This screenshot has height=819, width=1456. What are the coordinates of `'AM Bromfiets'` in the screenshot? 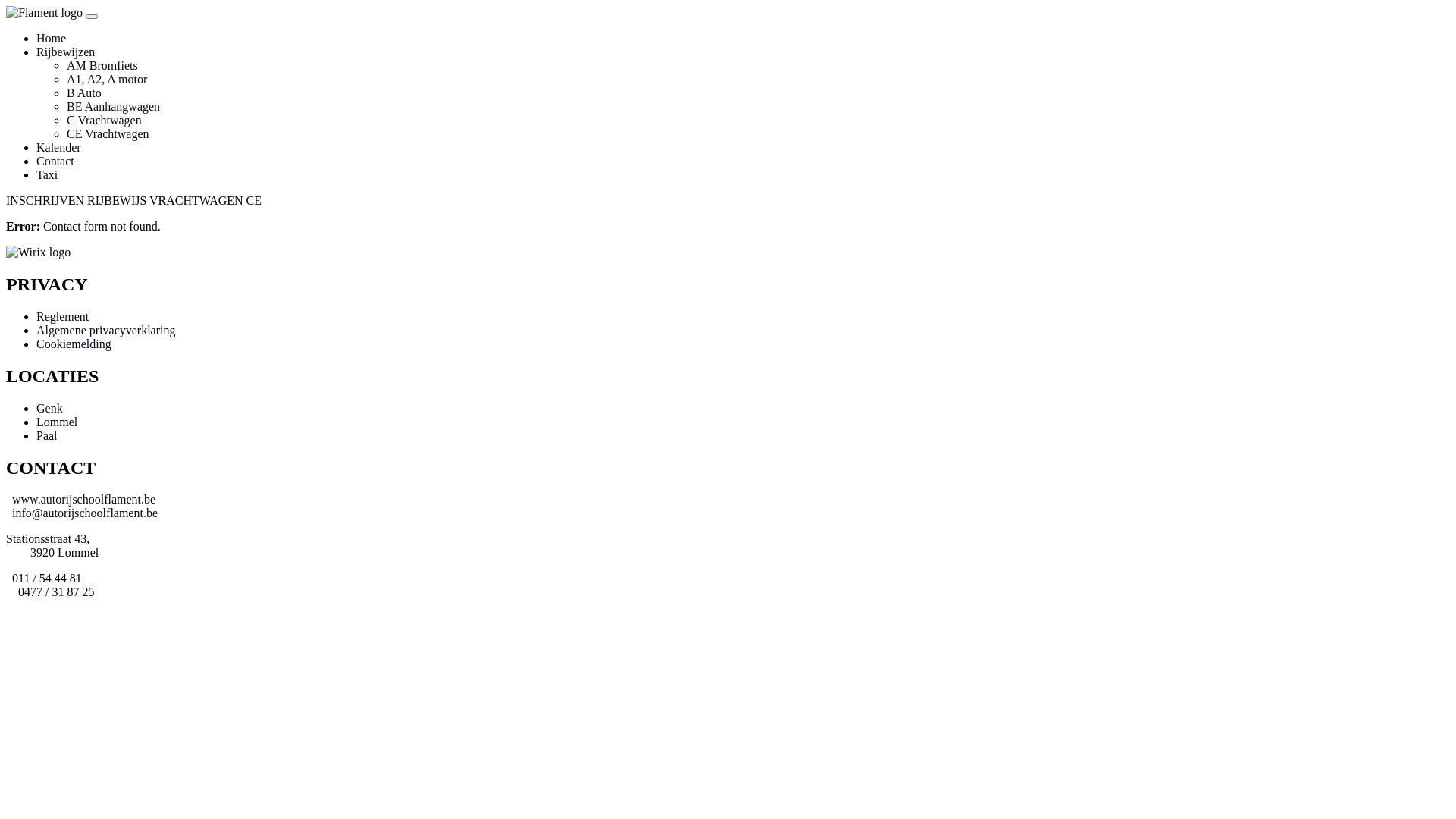 It's located at (101, 64).